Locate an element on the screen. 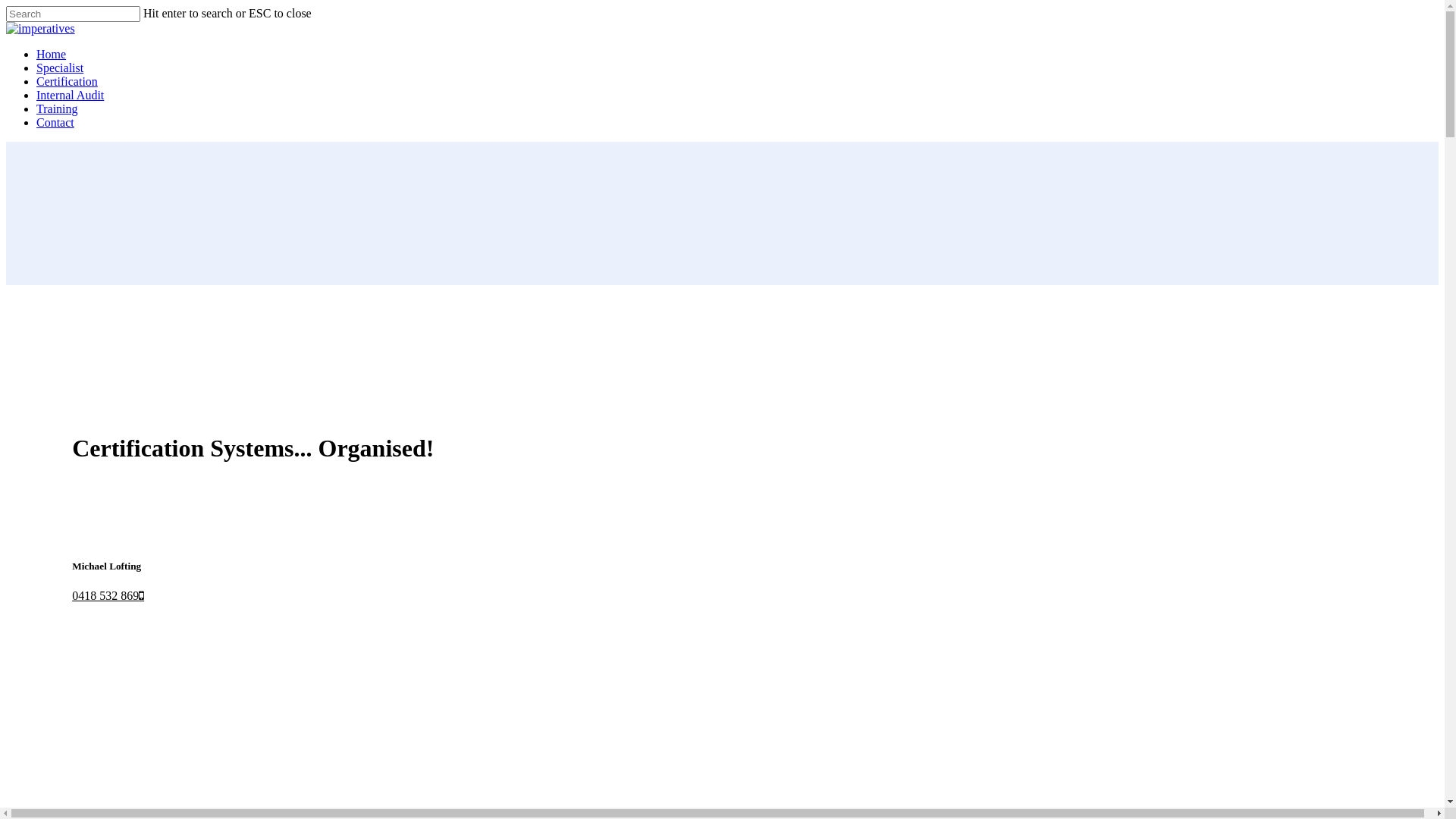 The width and height of the screenshot is (1456, 819). 'Home' is located at coordinates (51, 53).